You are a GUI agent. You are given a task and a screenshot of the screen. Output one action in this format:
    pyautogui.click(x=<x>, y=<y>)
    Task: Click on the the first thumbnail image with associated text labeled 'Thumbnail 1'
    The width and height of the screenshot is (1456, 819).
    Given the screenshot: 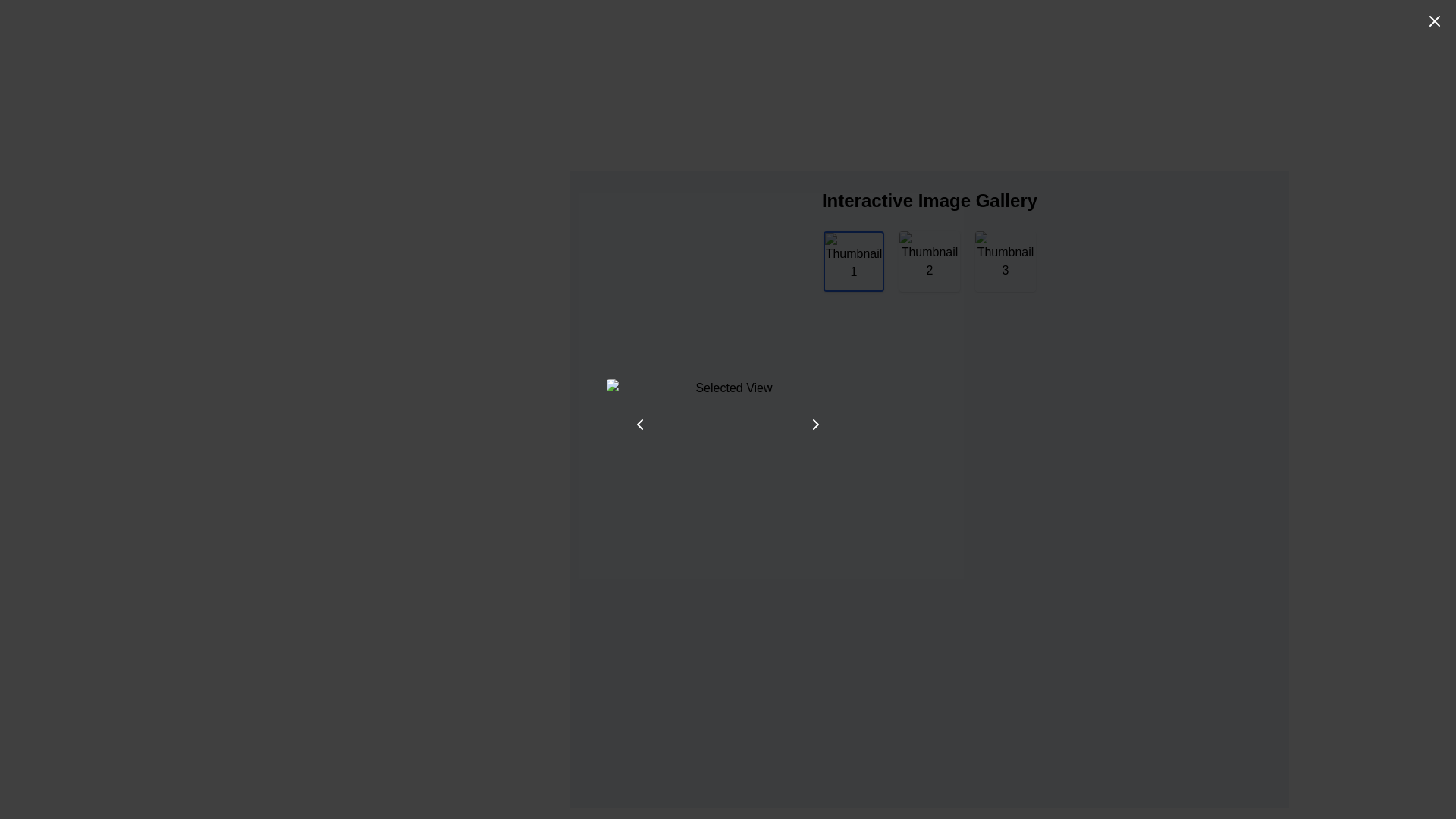 What is the action you would take?
    pyautogui.click(x=854, y=260)
    